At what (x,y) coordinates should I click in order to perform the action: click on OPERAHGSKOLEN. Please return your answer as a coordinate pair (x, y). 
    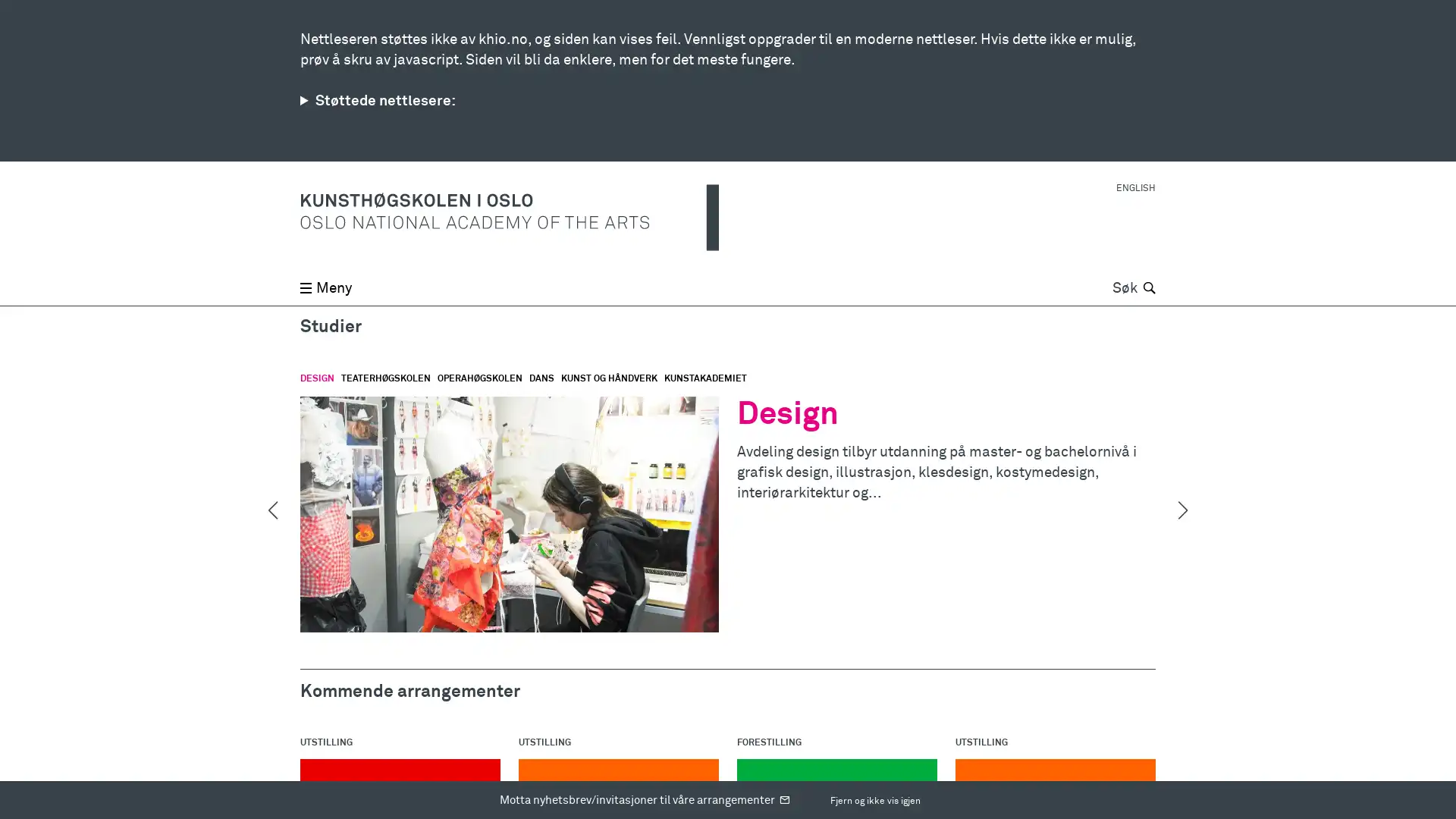
    Looking at the image, I should click on (479, 379).